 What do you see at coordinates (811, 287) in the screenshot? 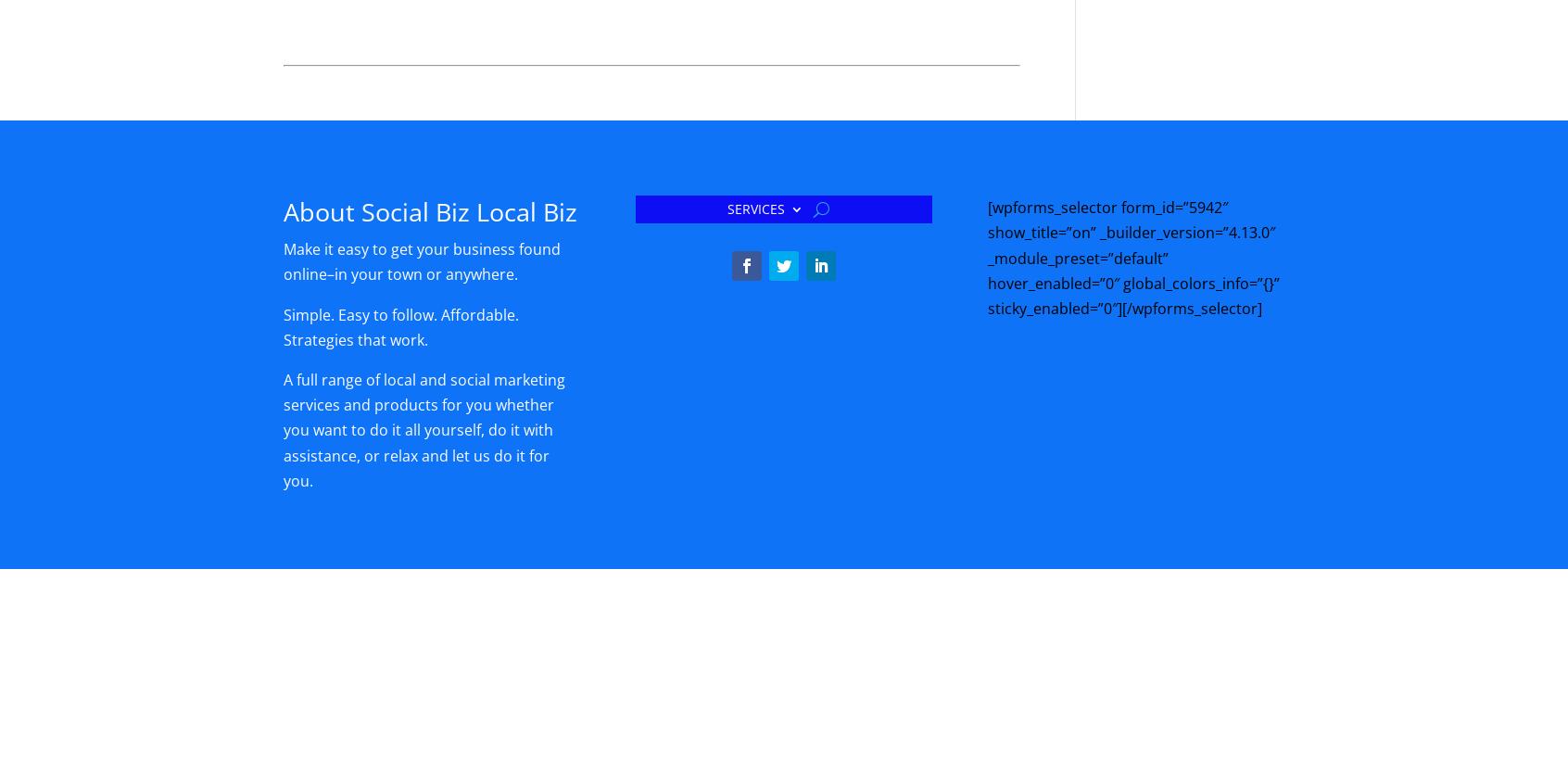
I see `'KickStart! Services: KickStart! Your Marketing'` at bounding box center [811, 287].